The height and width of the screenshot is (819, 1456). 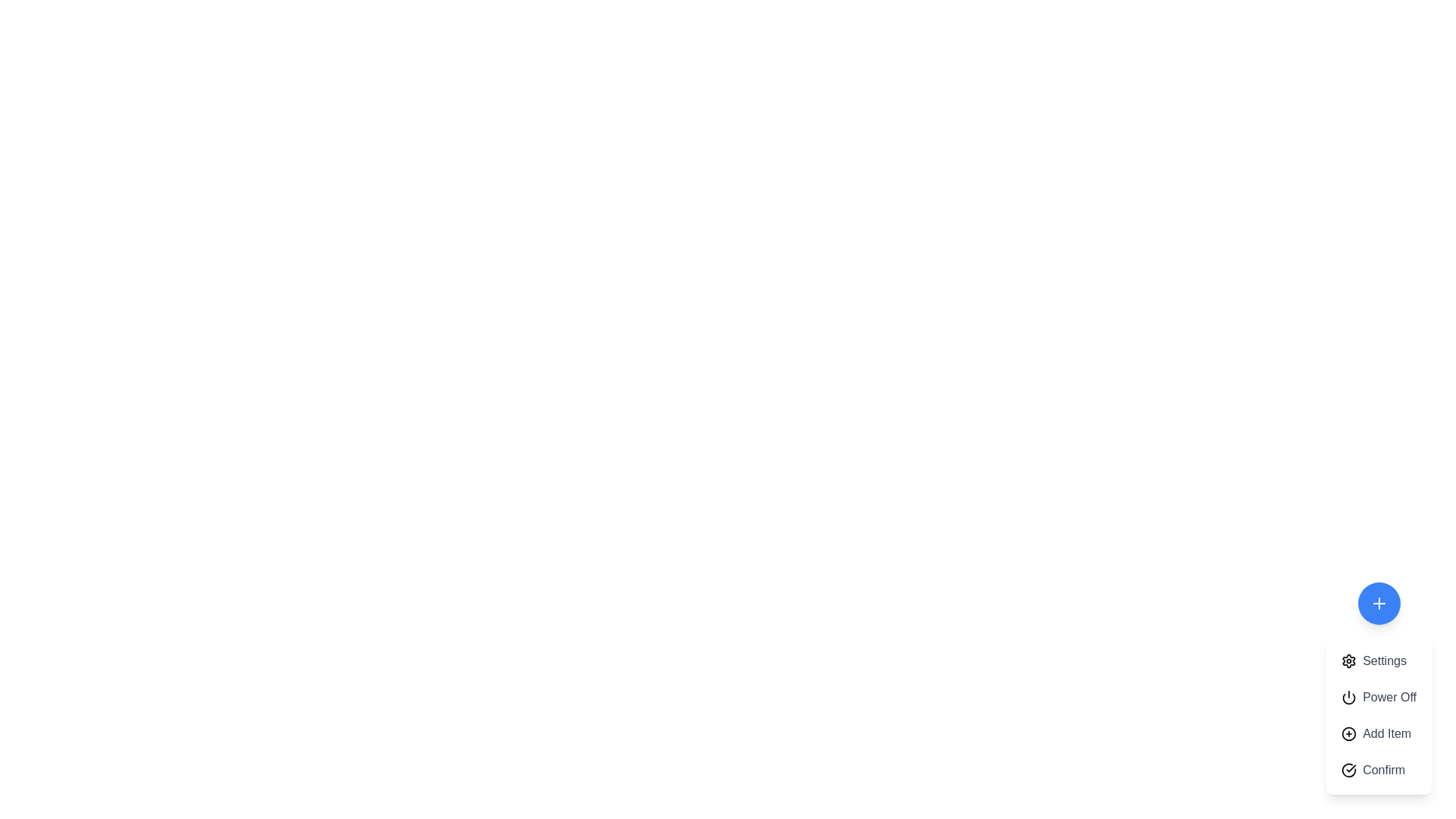 I want to click on the 'Power Off' button in the menu, so click(x=1379, y=698).